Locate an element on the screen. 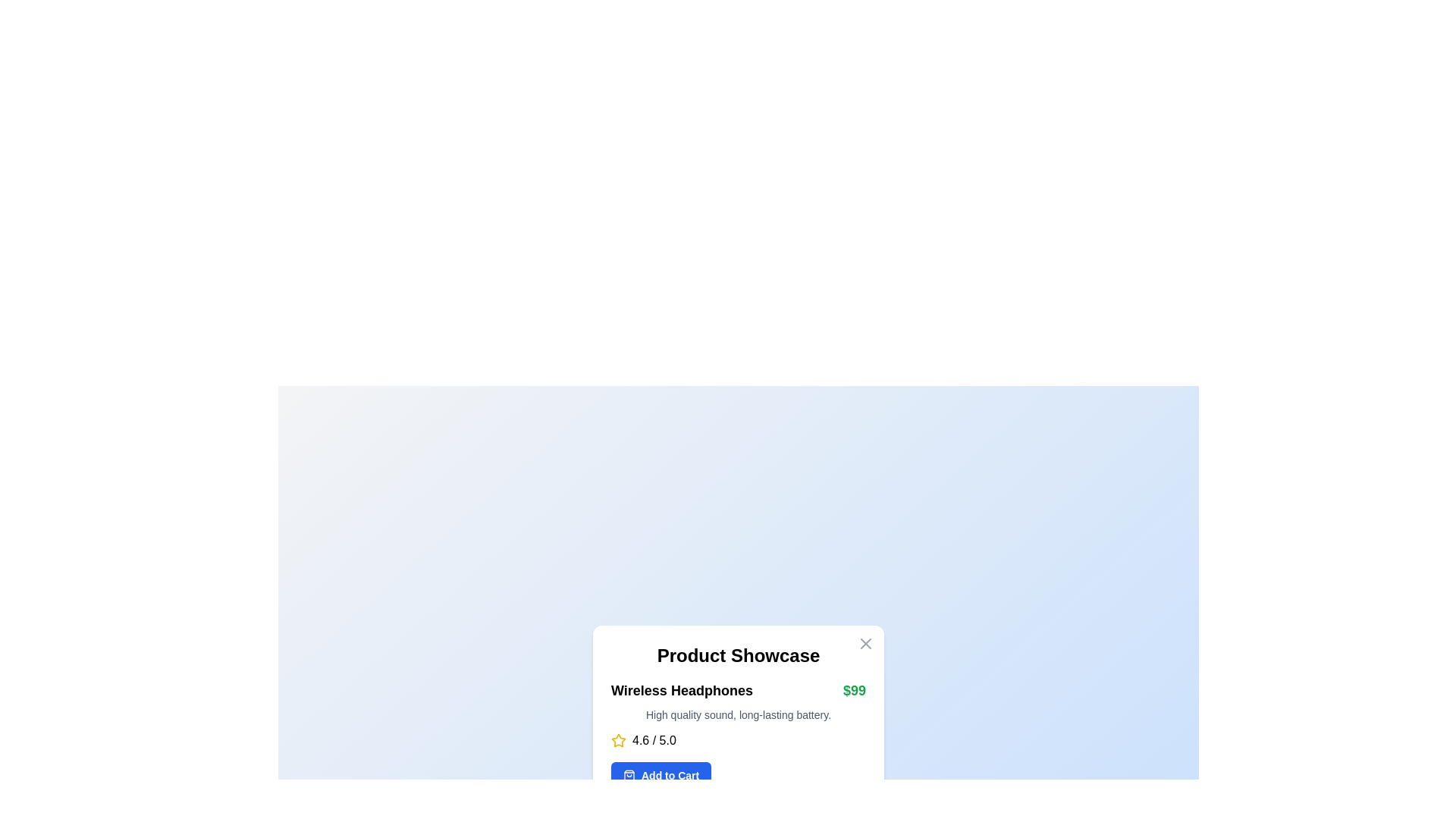 The image size is (1456, 819). star icon with a yellow outline and hollow interior, located at the beginning of the rating score segment under the product price and name is located at coordinates (619, 739).